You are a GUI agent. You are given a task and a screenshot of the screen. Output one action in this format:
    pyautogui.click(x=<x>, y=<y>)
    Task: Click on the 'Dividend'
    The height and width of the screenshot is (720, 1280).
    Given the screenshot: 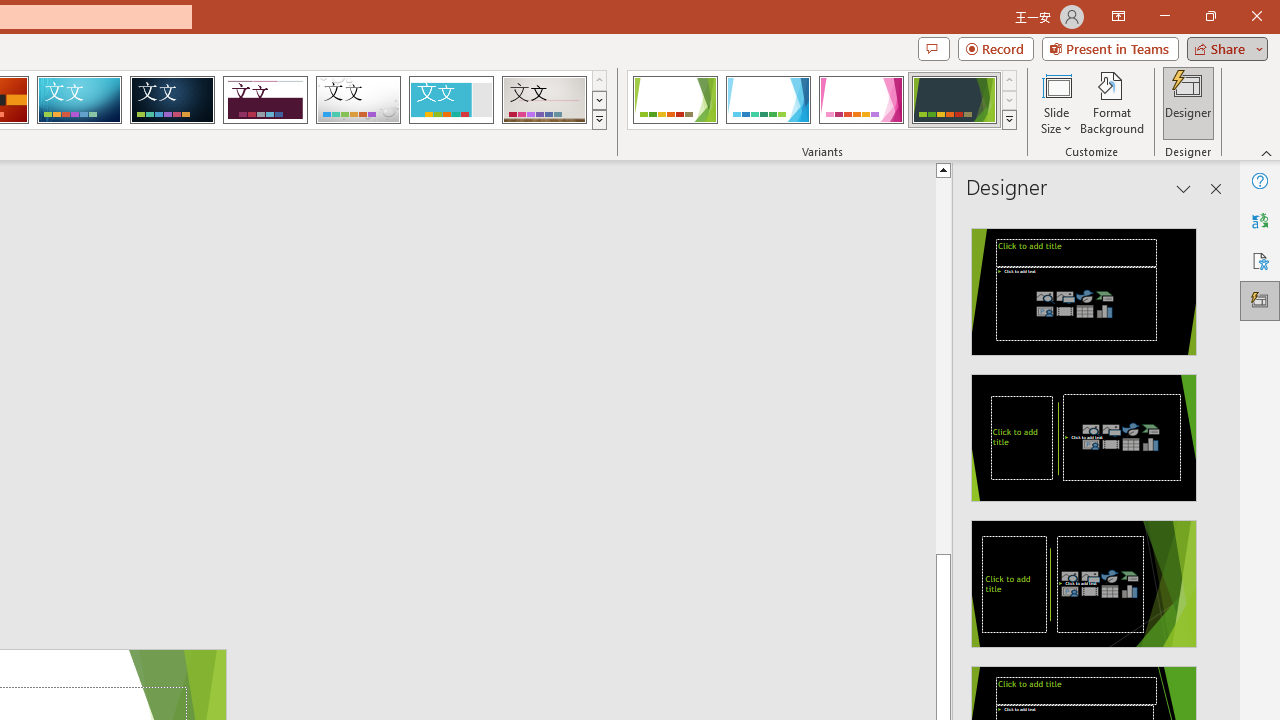 What is the action you would take?
    pyautogui.click(x=264, y=100)
    